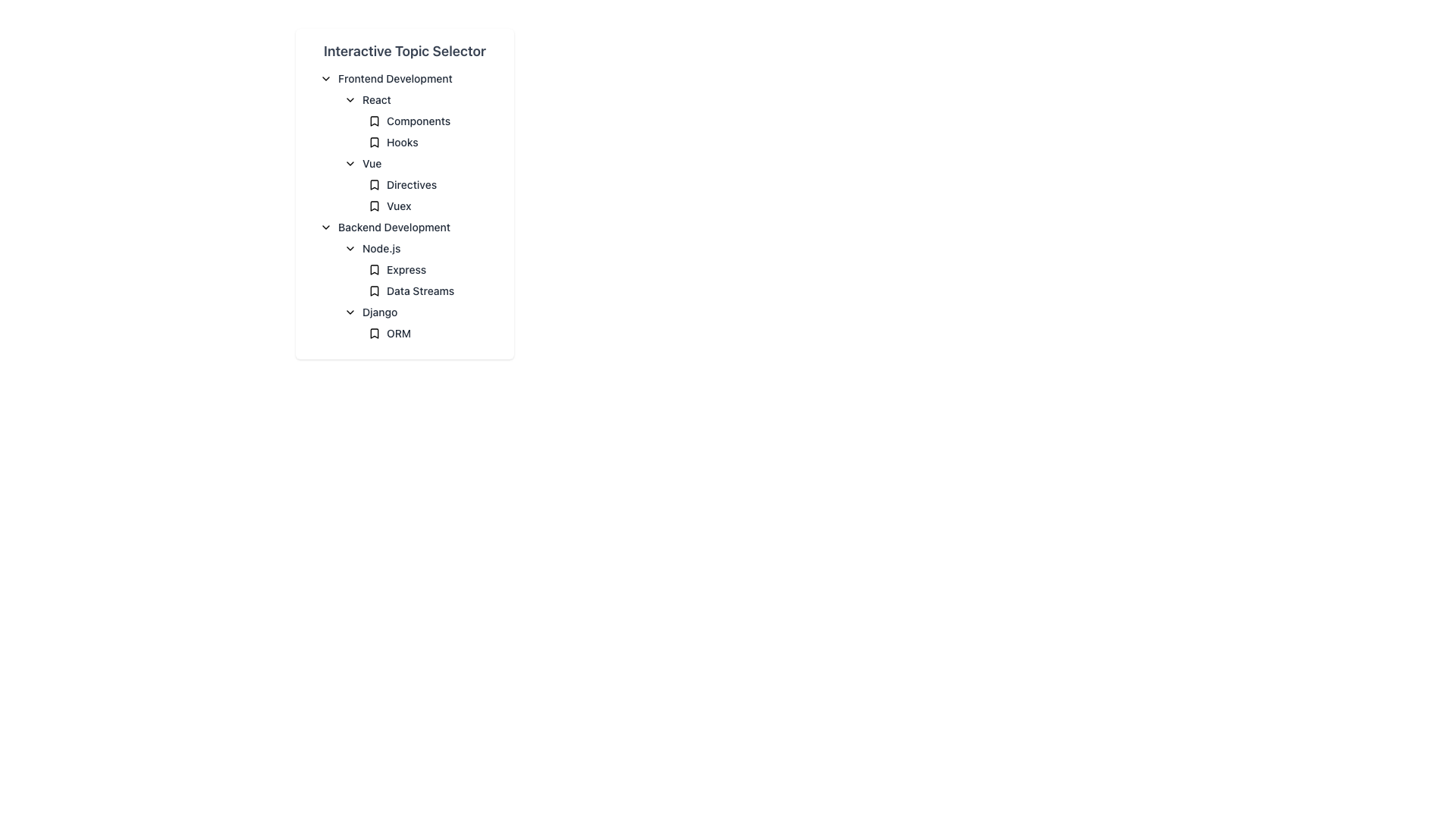  Describe the element at coordinates (375, 268) in the screenshot. I see `the bookmark icon located to the left of the 'Express' label text in the 'Backend Development' section of the menu` at that location.